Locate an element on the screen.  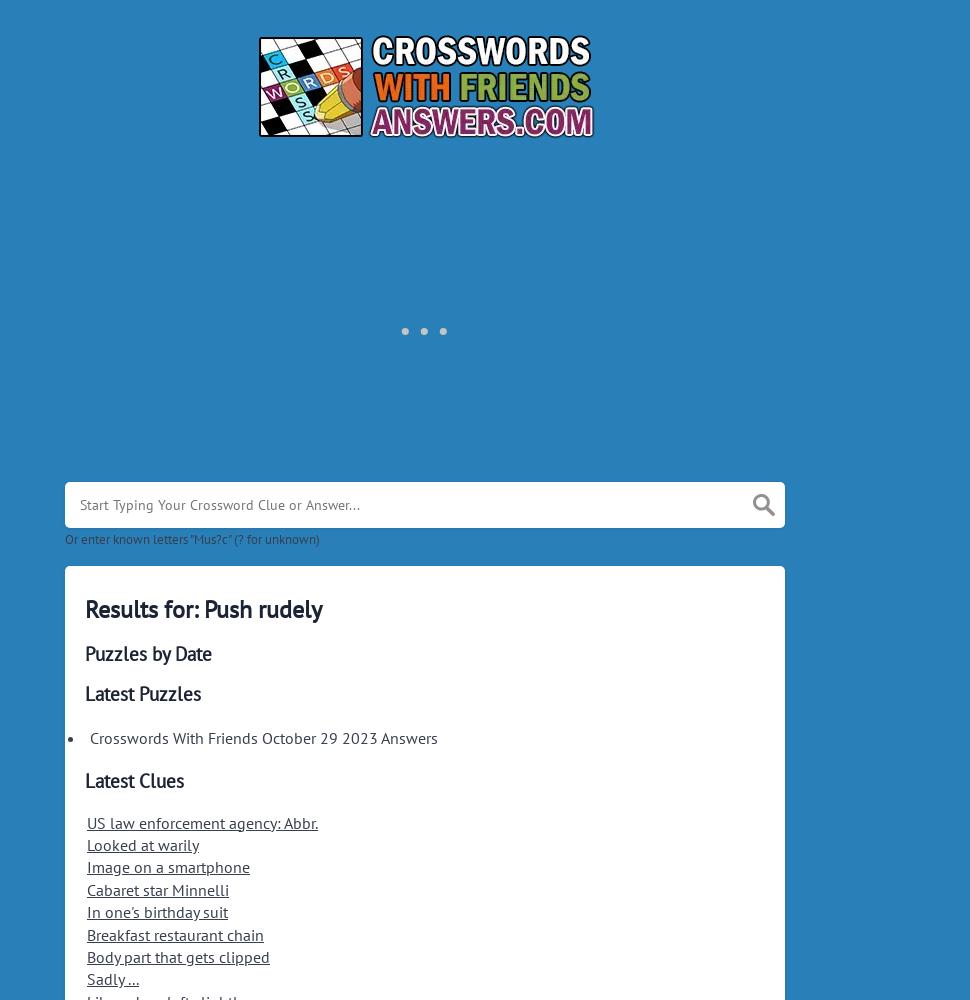
'Results for: Push rudely' is located at coordinates (83, 608).